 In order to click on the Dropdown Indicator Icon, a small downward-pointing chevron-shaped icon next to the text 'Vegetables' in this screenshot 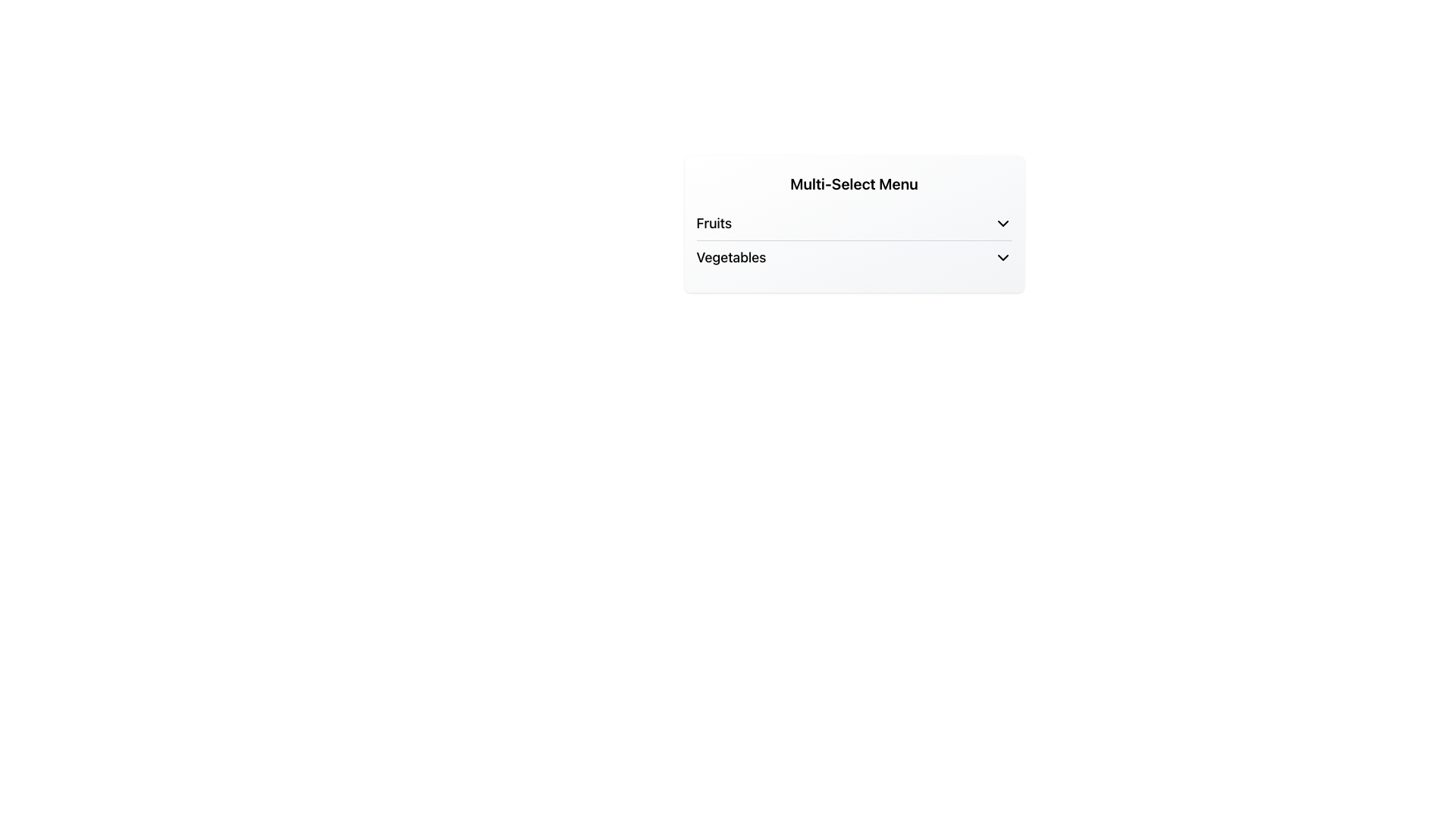, I will do `click(1003, 256)`.